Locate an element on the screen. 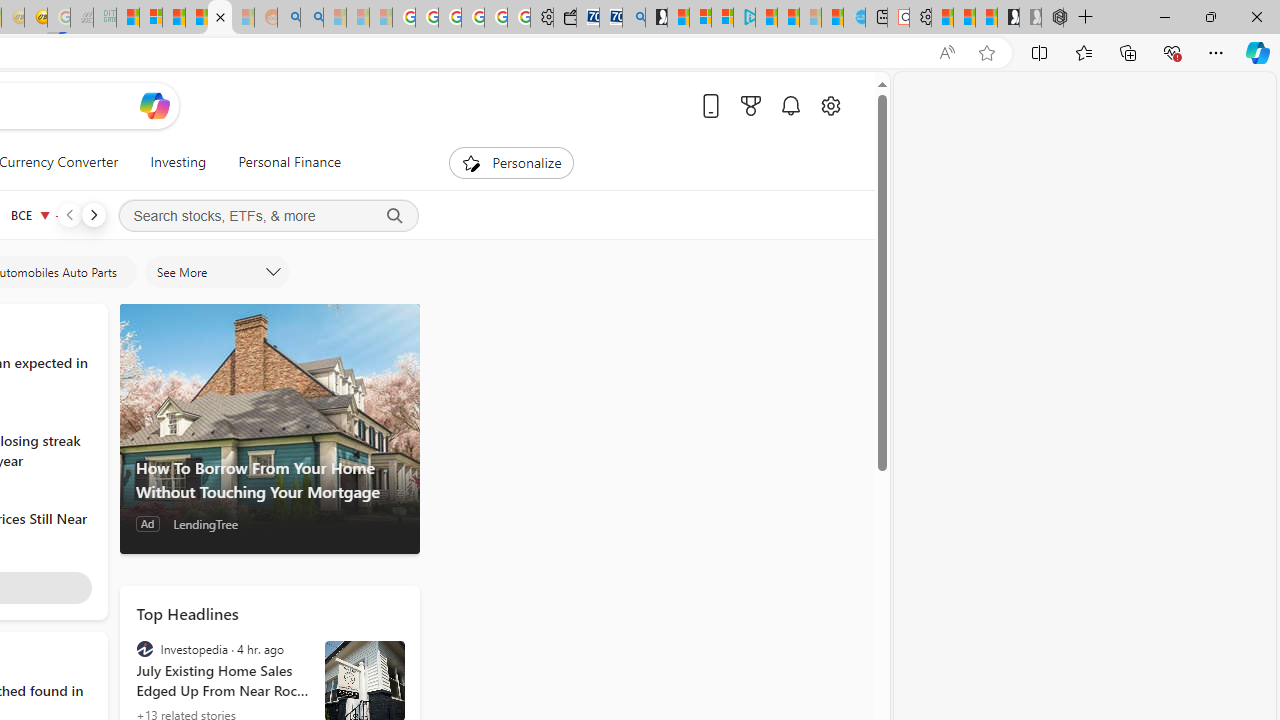 This screenshot has width=1280, height=720. 'Open Copilot' is located at coordinates (154, 105).